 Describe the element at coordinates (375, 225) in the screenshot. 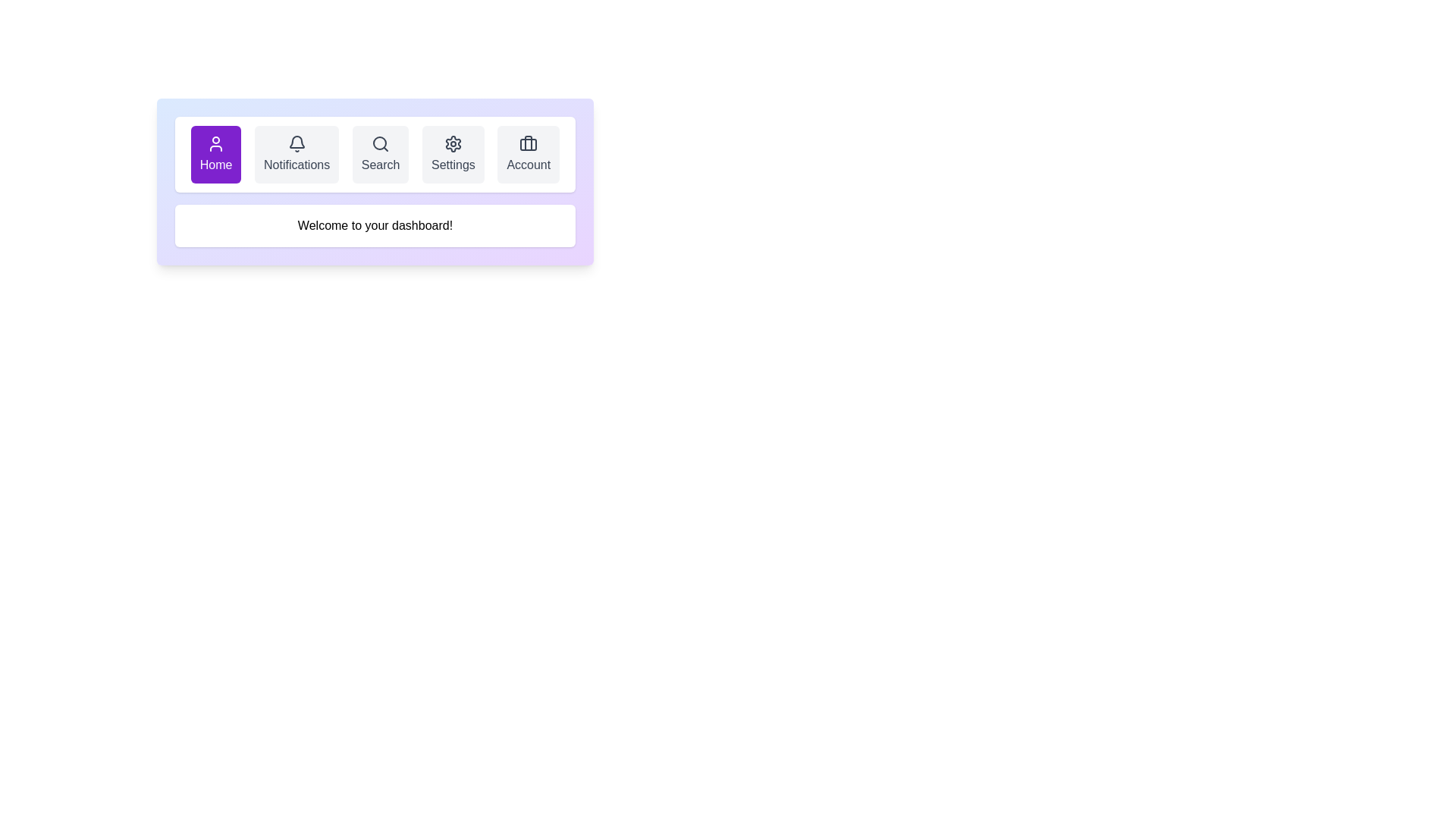

I see `the welcome message text display box that greets users on the dashboard, positioned beneath the navigation bar` at that location.